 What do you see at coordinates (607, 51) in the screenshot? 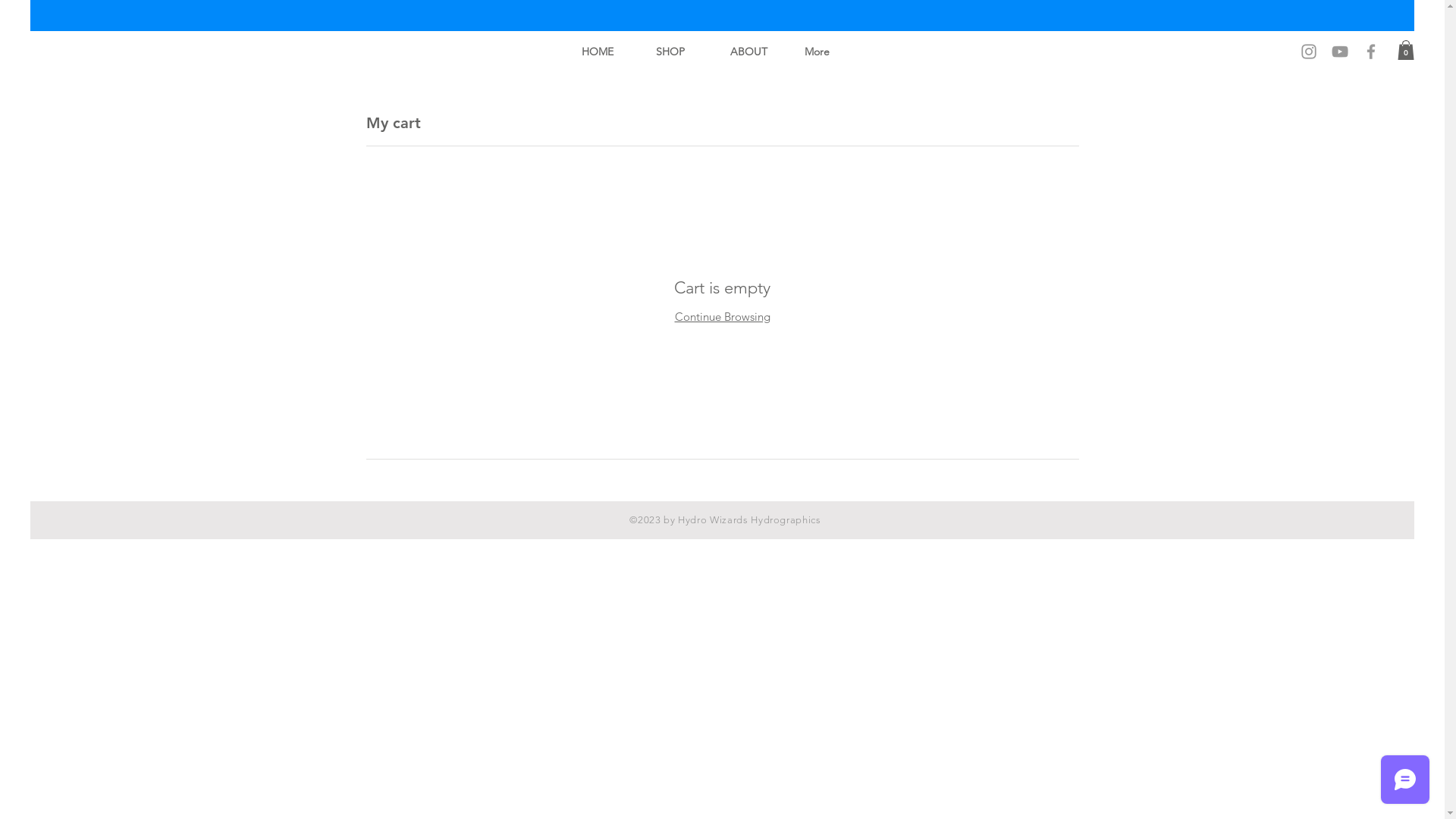
I see `'HOME'` at bounding box center [607, 51].